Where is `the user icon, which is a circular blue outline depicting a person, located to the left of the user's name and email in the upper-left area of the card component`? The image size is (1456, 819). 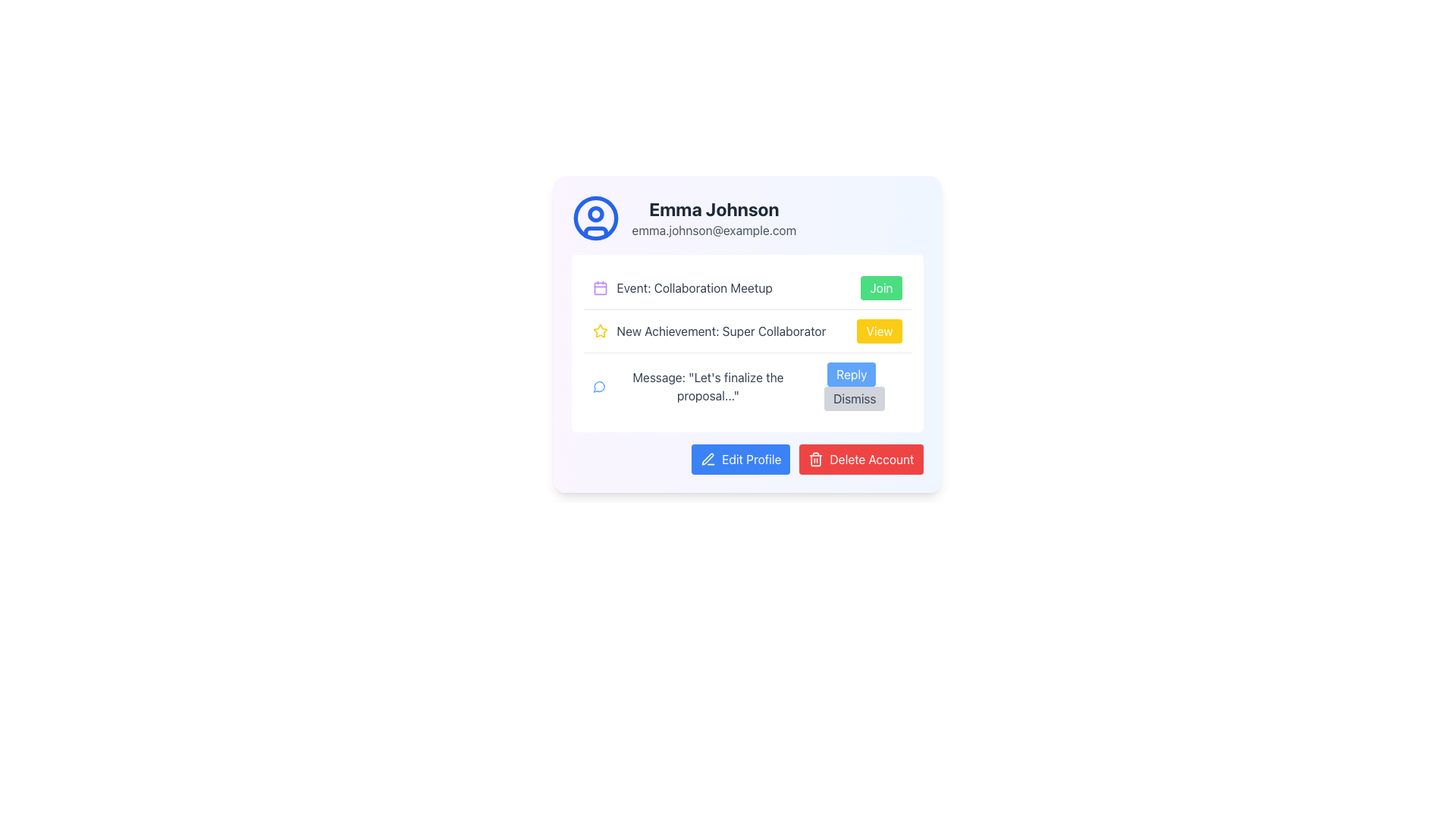
the user icon, which is a circular blue outline depicting a person, located to the left of the user's name and email in the upper-left area of the card component is located at coordinates (595, 218).